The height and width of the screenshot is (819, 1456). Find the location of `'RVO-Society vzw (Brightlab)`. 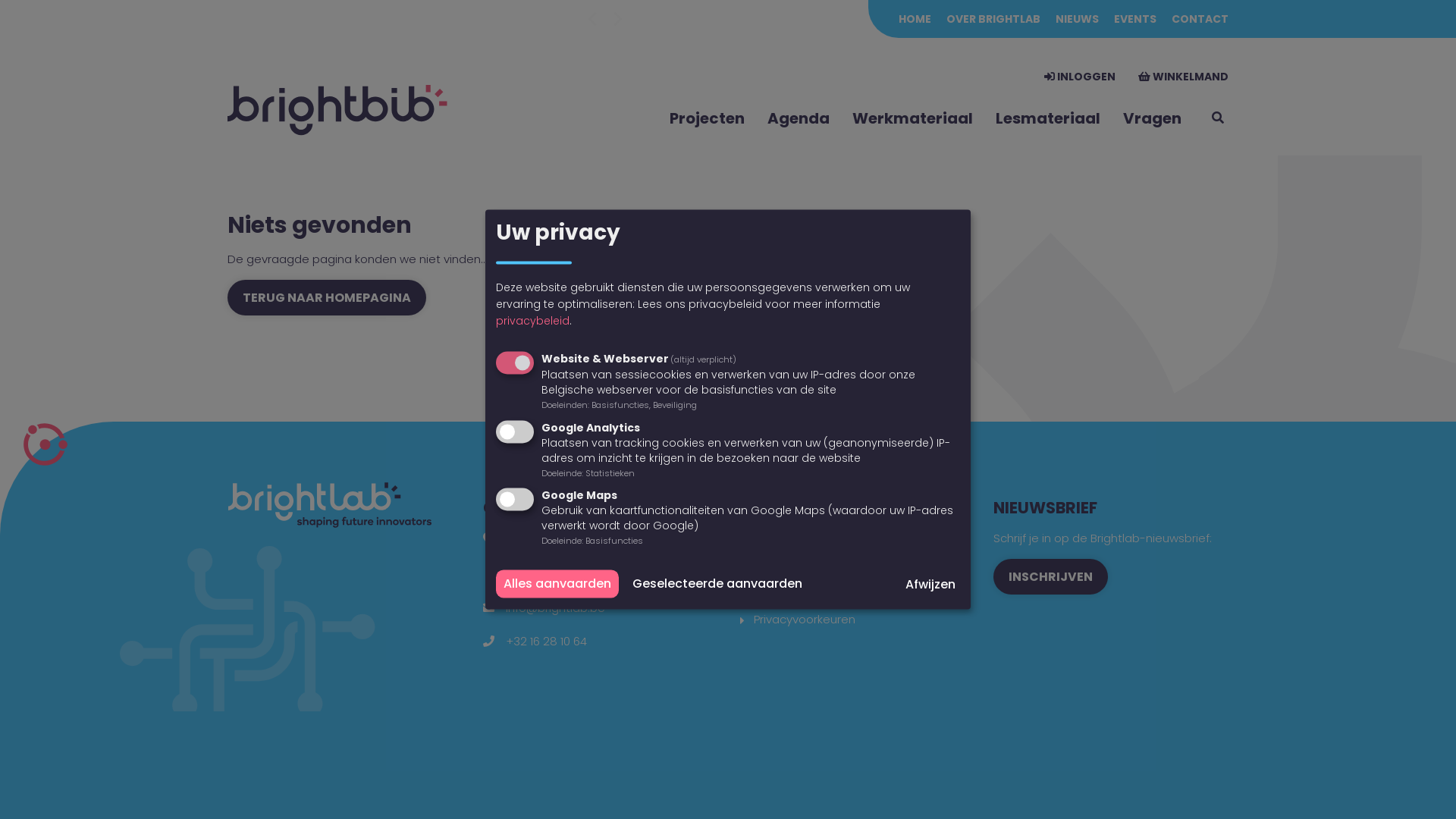

'RVO-Society vzw (Brightlab) is located at coordinates (583, 556).